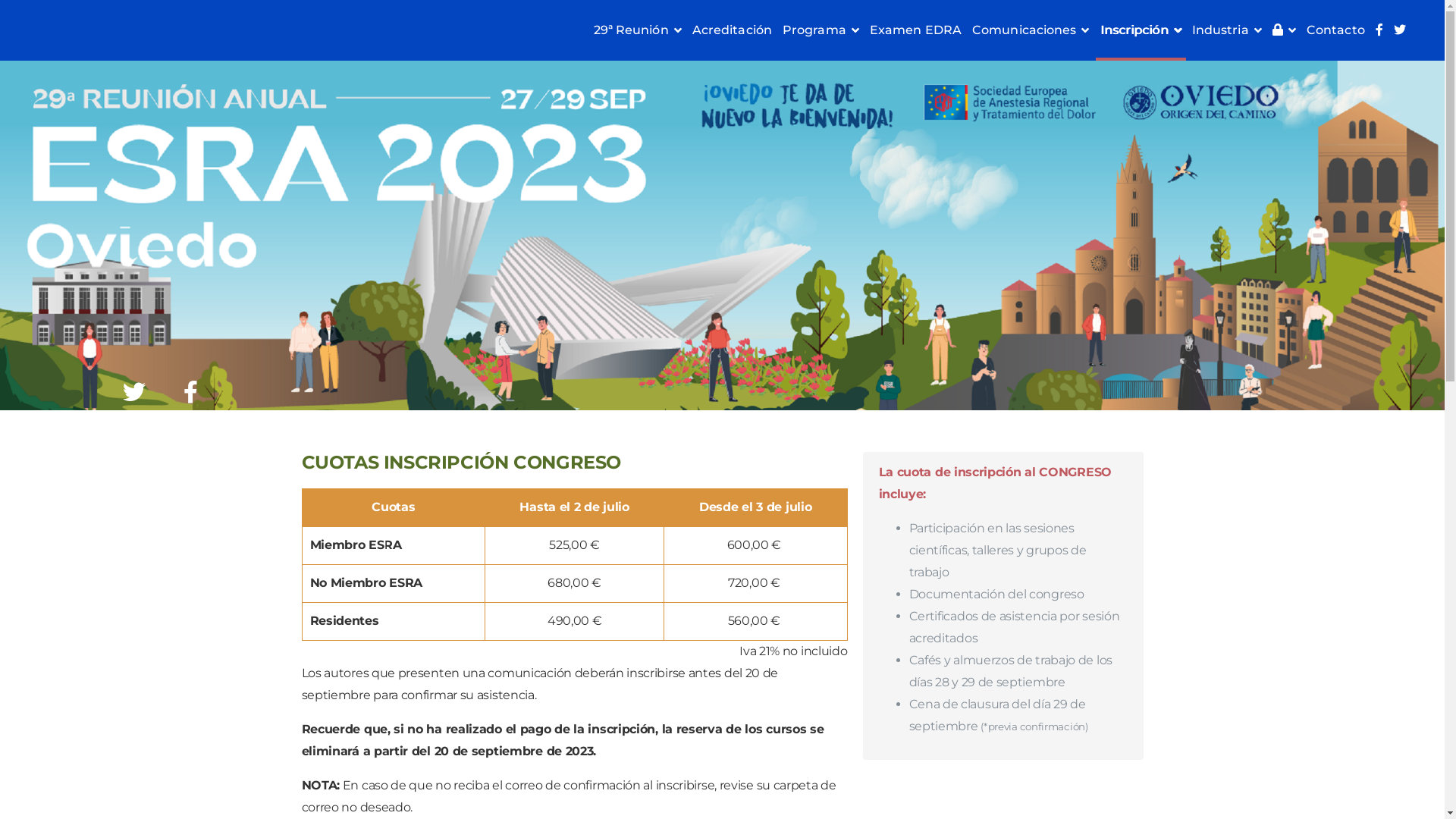 The image size is (1456, 819). What do you see at coordinates (190, 391) in the screenshot?
I see `'Icon group item'` at bounding box center [190, 391].